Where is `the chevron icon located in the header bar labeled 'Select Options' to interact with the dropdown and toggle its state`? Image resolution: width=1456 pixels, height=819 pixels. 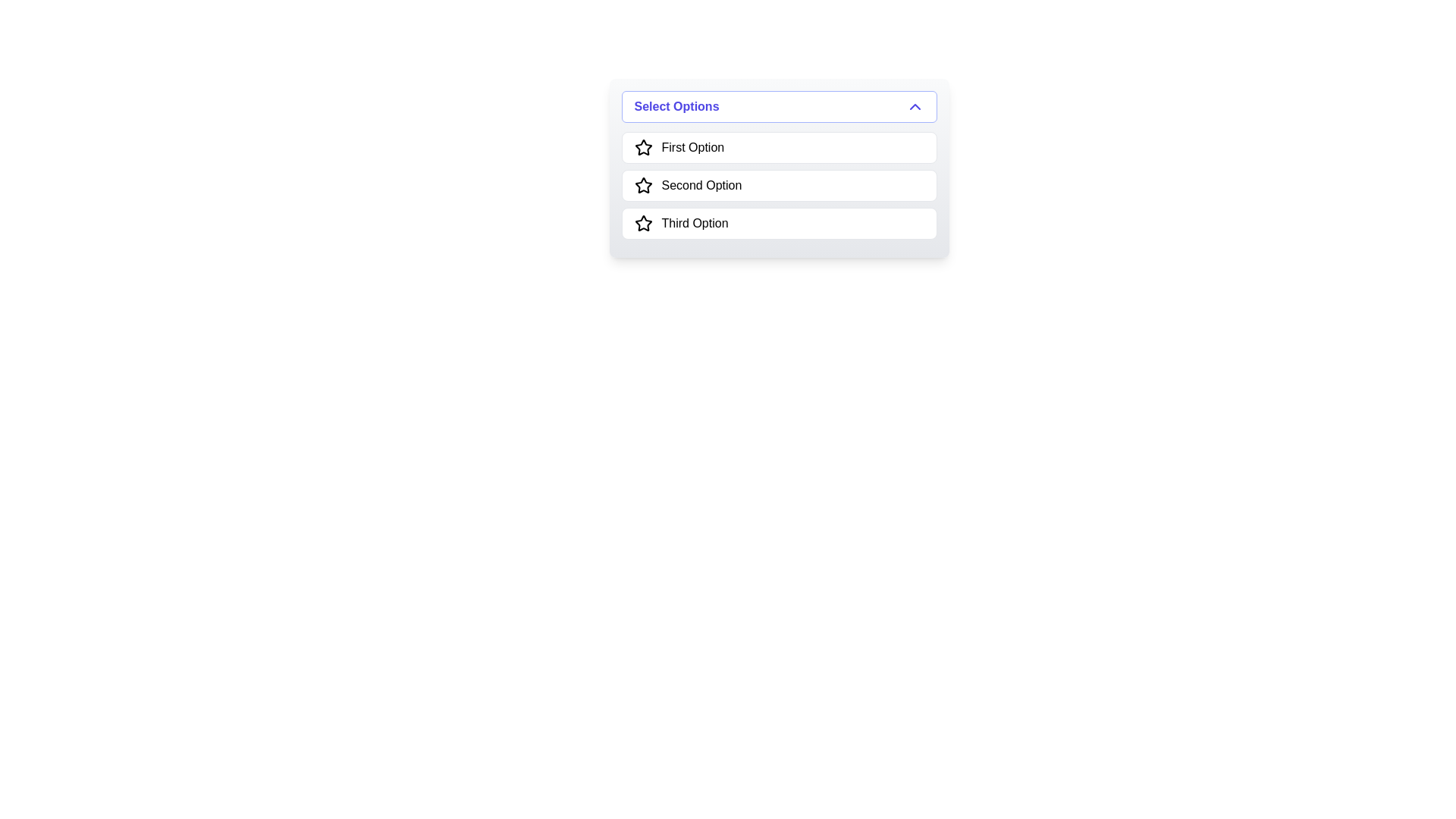 the chevron icon located in the header bar labeled 'Select Options' to interact with the dropdown and toggle its state is located at coordinates (914, 106).